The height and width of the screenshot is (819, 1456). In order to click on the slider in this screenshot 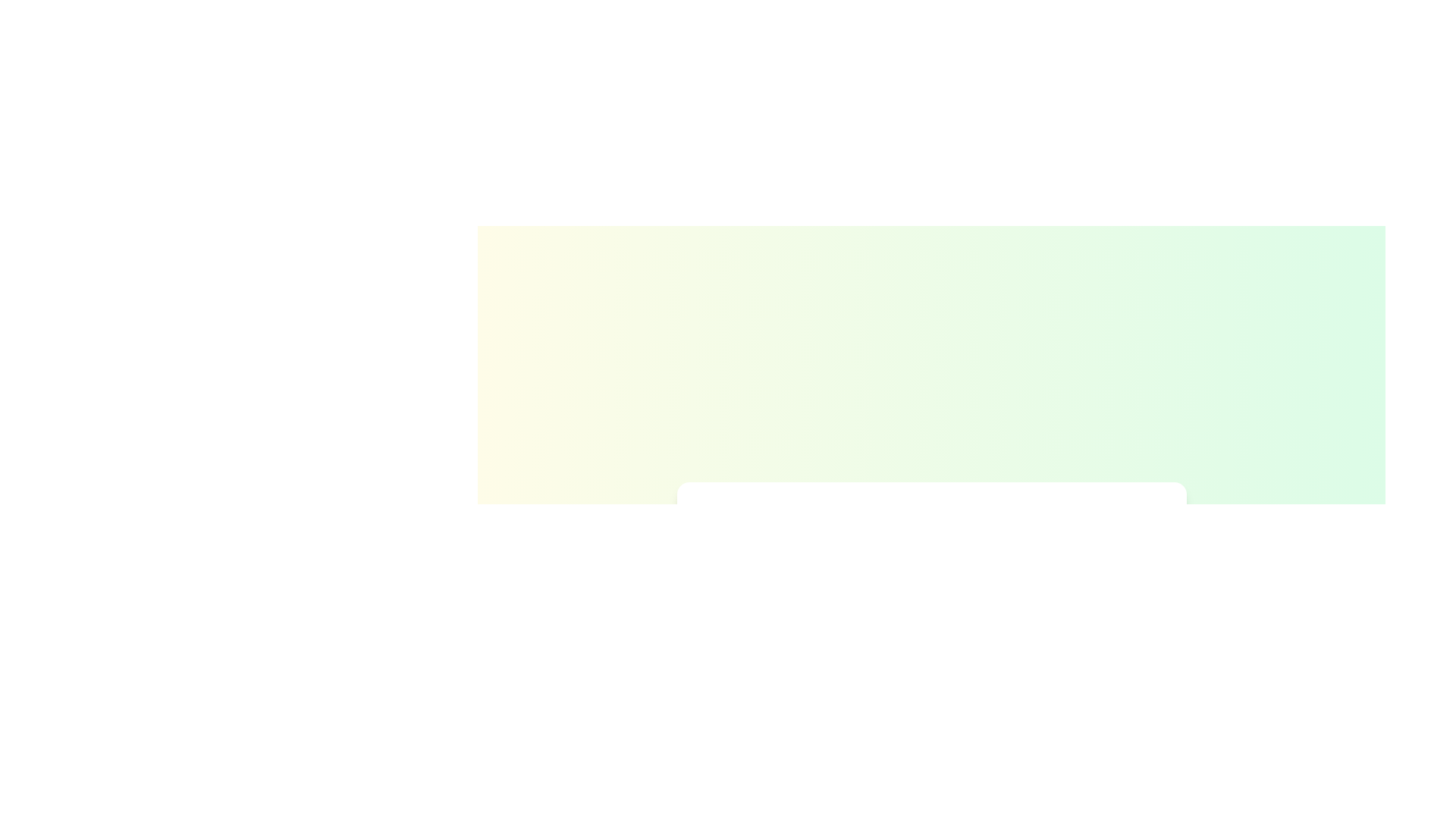, I will do `click(1058, 579)`.